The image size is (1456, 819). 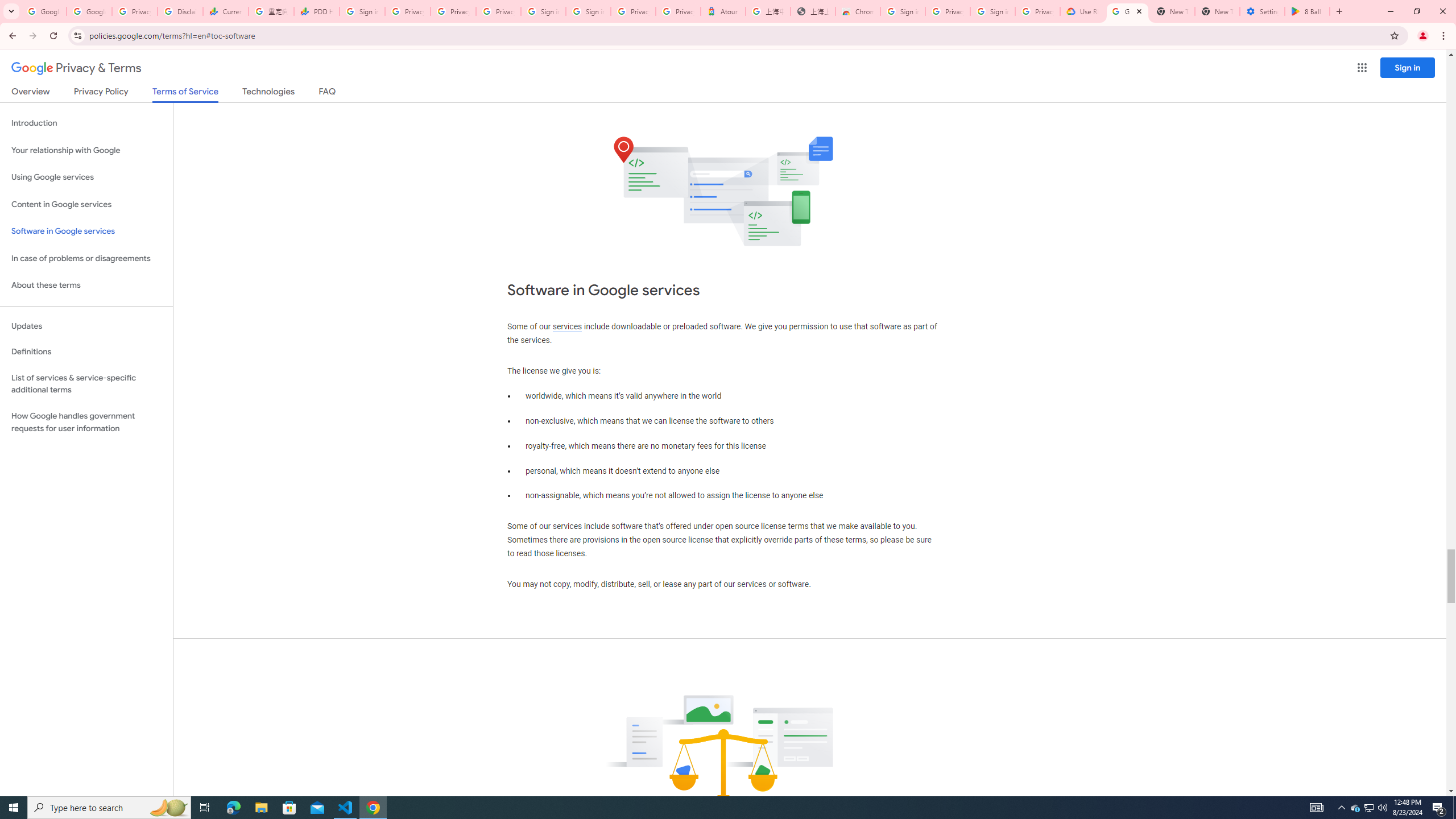 What do you see at coordinates (588, 11) in the screenshot?
I see `'Sign in - Google Accounts'` at bounding box center [588, 11].